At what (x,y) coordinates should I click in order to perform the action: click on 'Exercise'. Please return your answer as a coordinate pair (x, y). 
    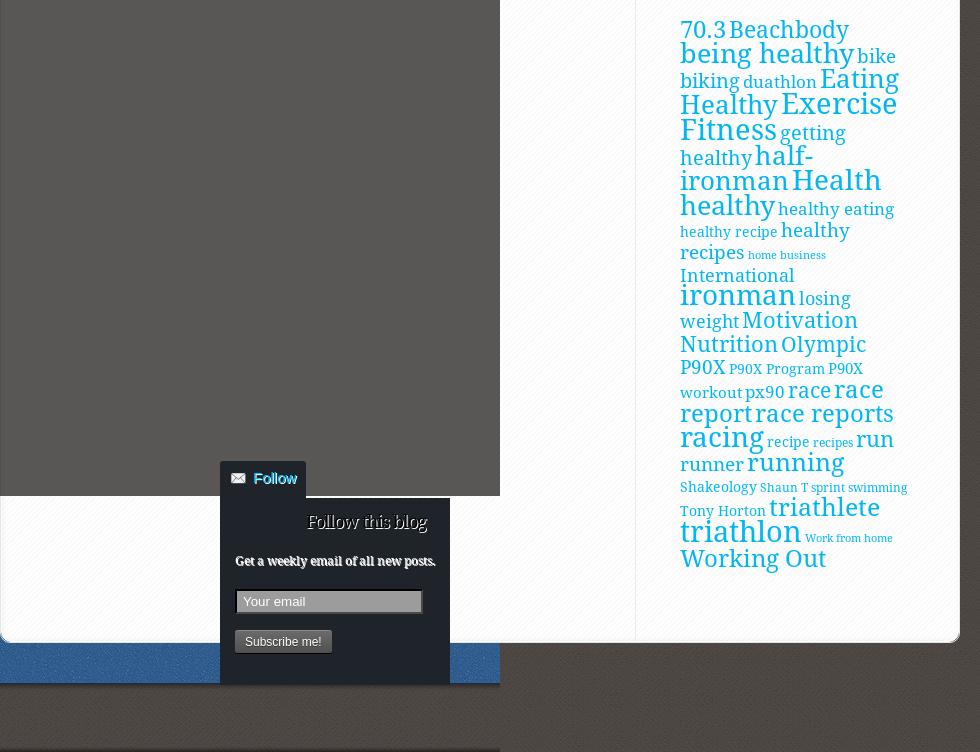
    Looking at the image, I should click on (780, 102).